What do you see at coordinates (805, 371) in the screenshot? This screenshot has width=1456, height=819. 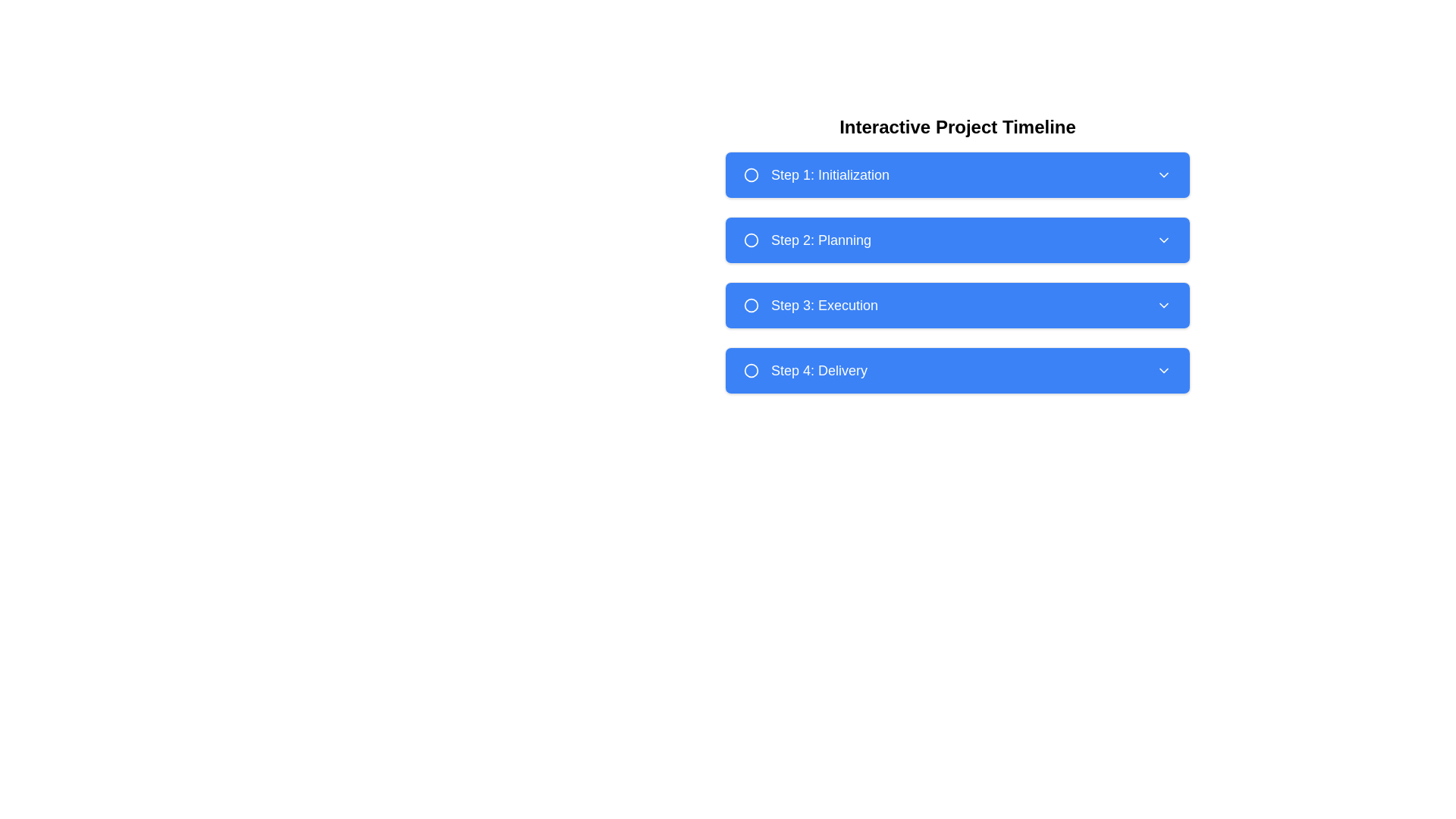 I see `the 'Step 4: Delivery' text component with an icon in the fourth row of the progress list` at bounding box center [805, 371].